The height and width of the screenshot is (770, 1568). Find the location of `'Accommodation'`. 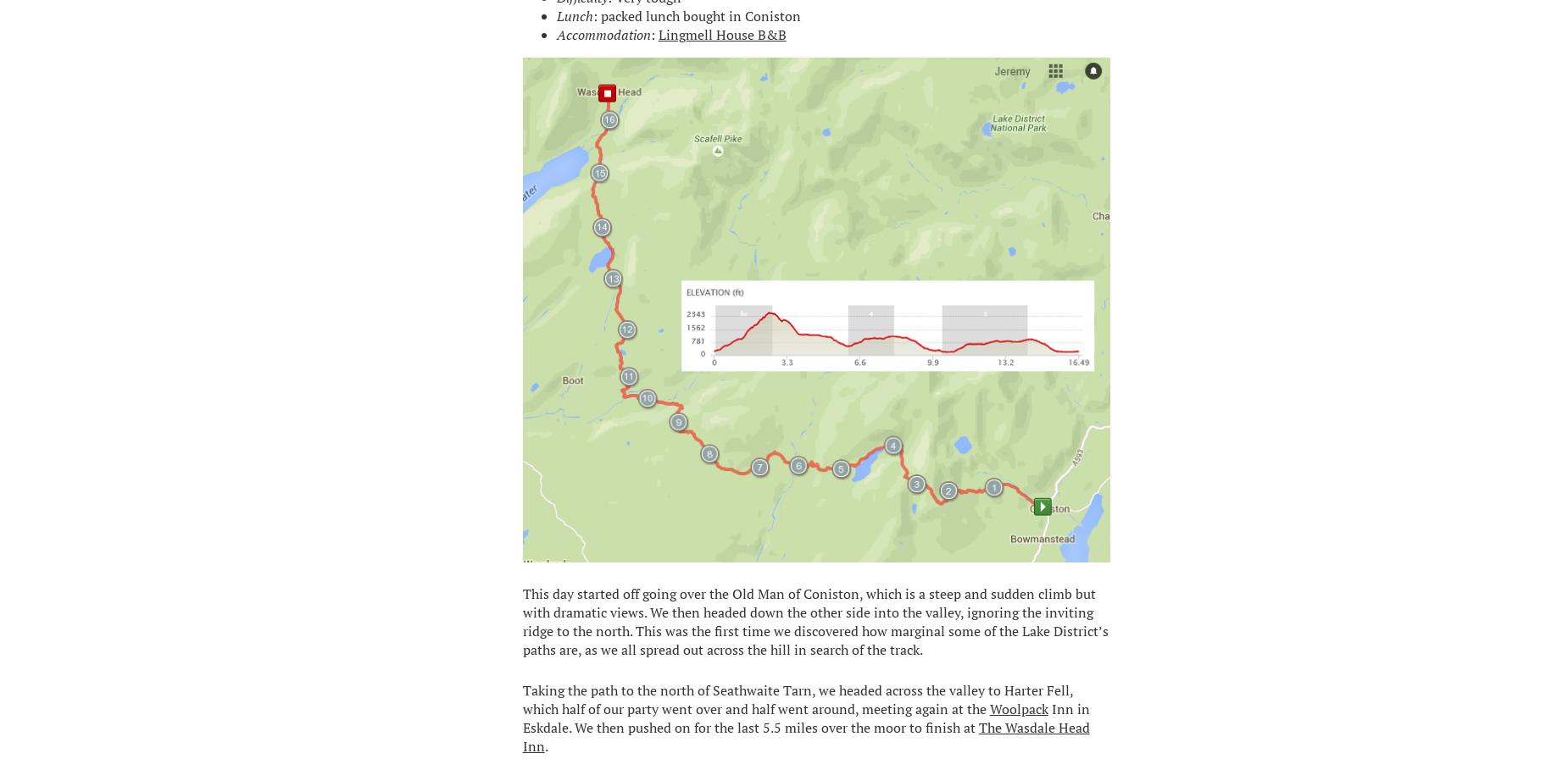

'Accommodation' is located at coordinates (603, 33).